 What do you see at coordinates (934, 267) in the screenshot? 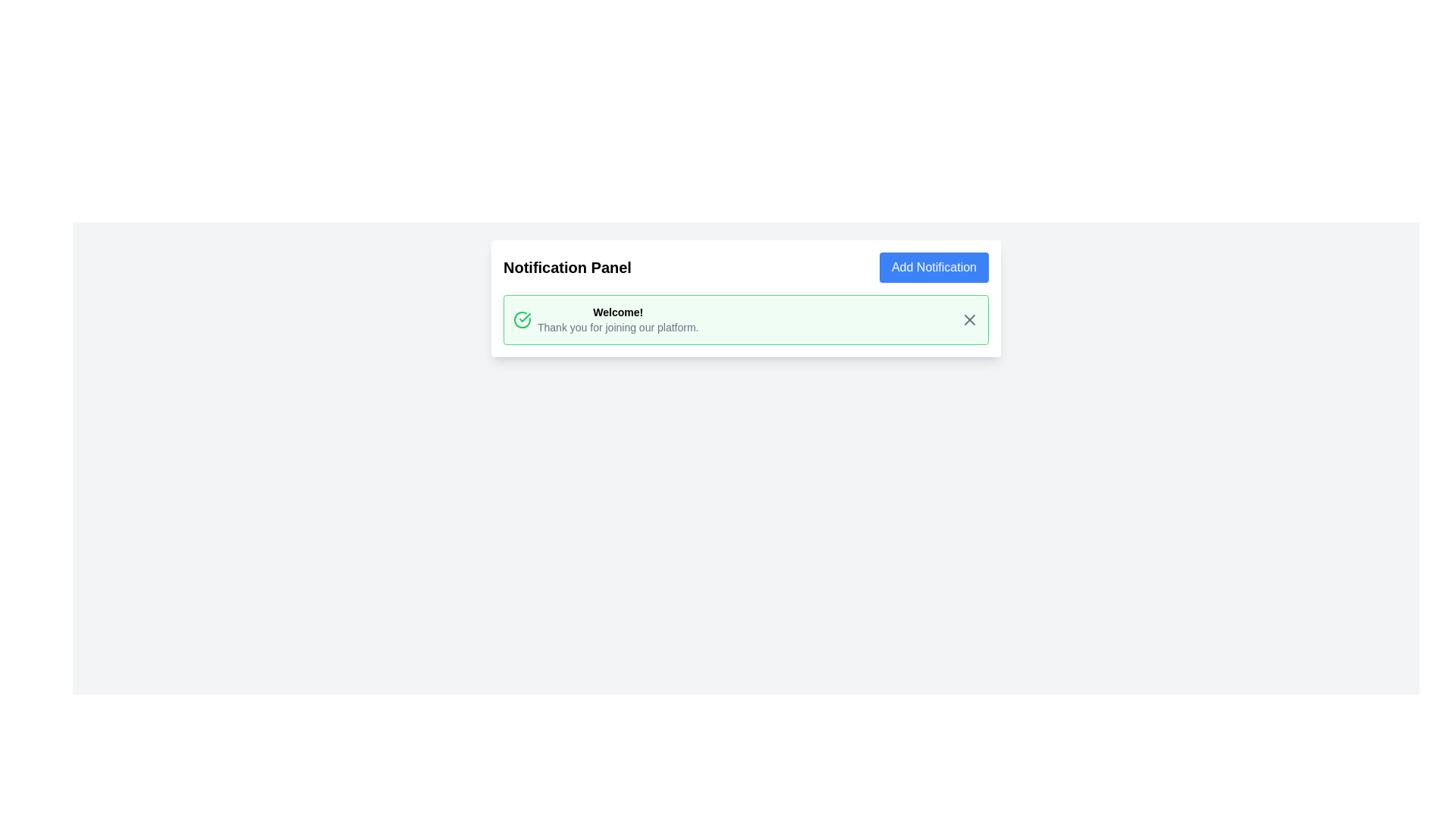
I see `the 'Add Notification' button located at the upper-right corner of the 'Notification Panel'` at bounding box center [934, 267].